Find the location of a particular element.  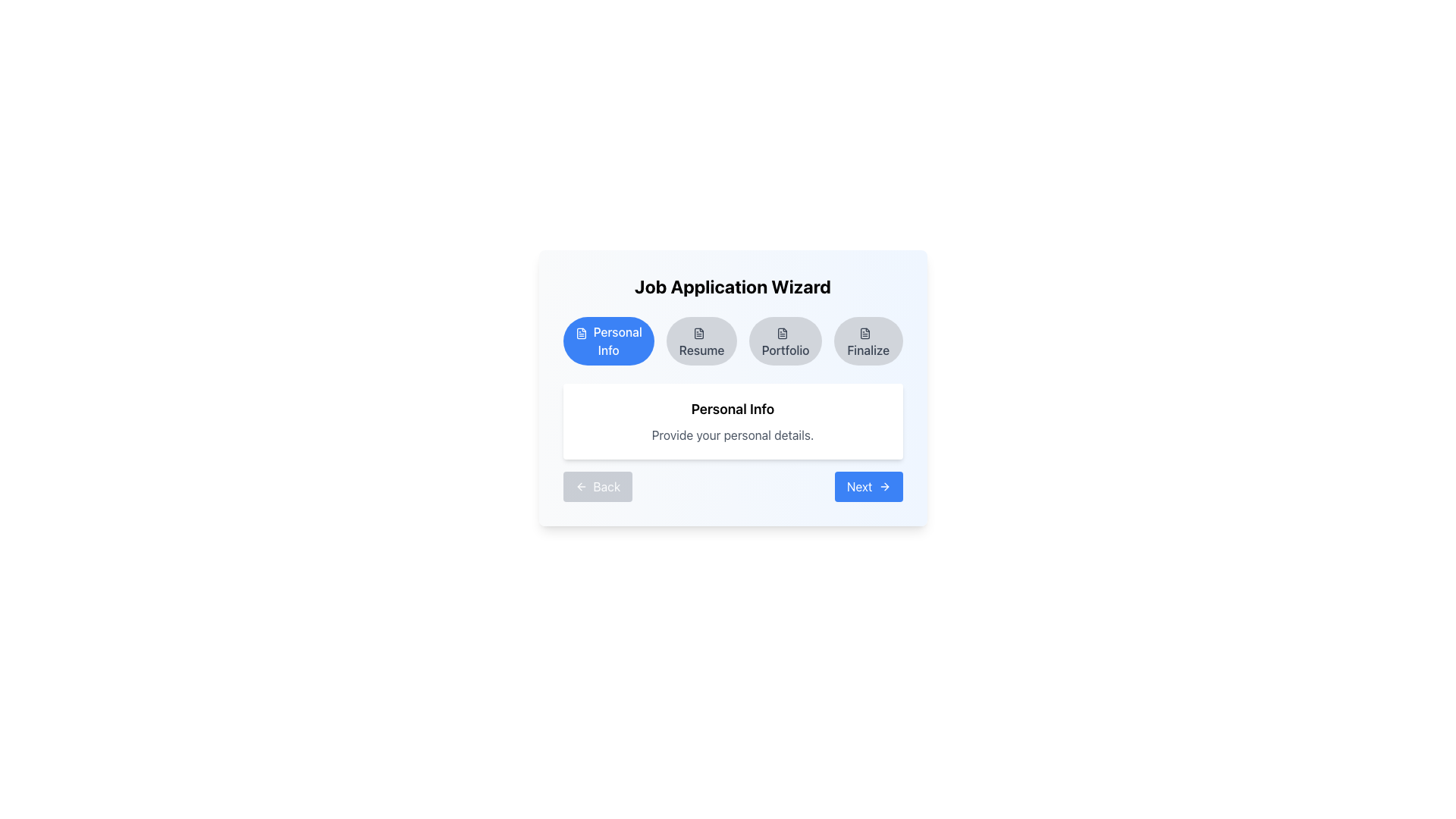

the section header and subtitle for the 'Personal Info' step, which is centrally located below the navigation bar is located at coordinates (733, 421).